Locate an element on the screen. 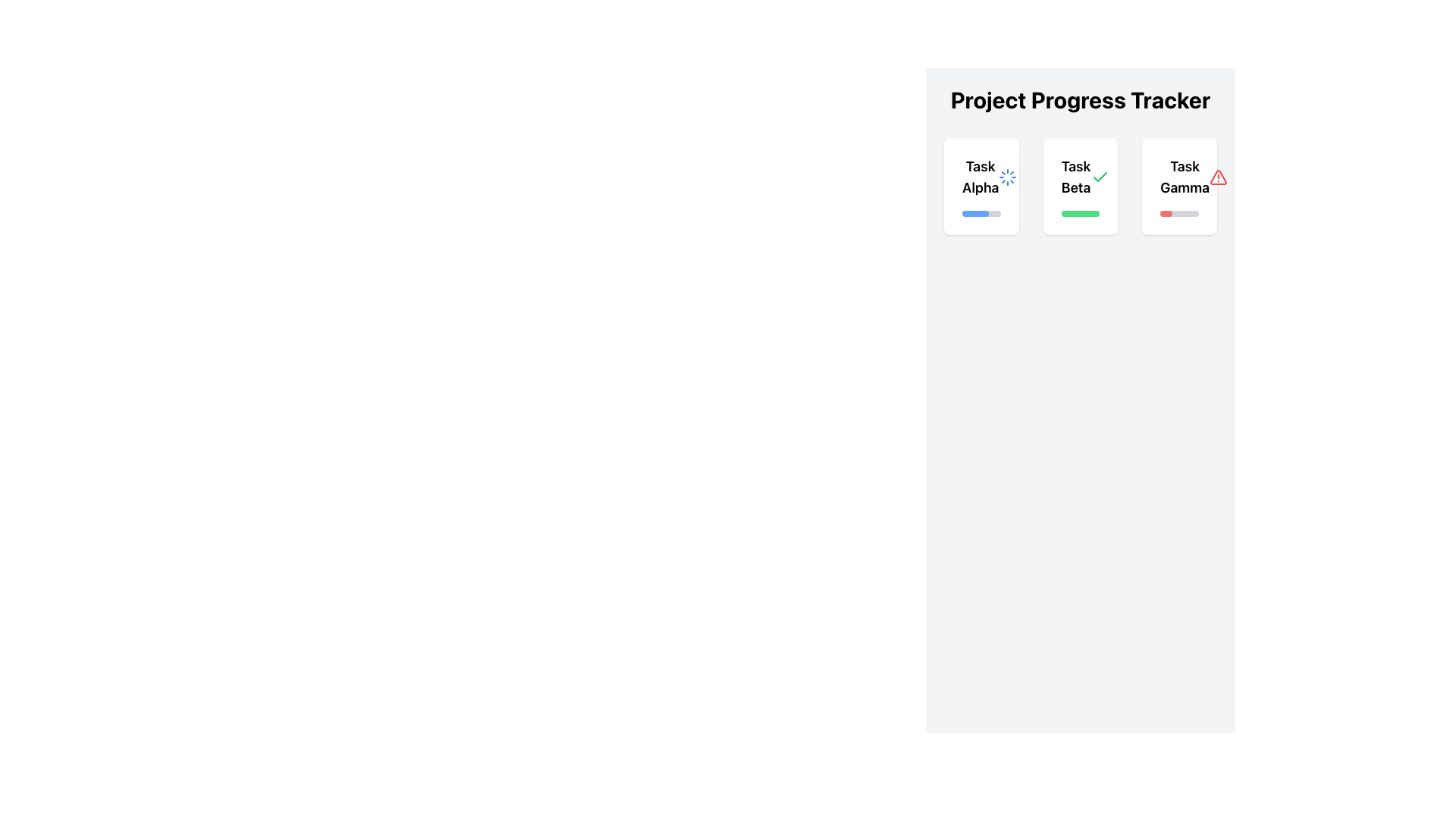  text 'Task Alpha' from the bold text label located in the leftmost card under 'Project Progress Tracker' is located at coordinates (981, 177).